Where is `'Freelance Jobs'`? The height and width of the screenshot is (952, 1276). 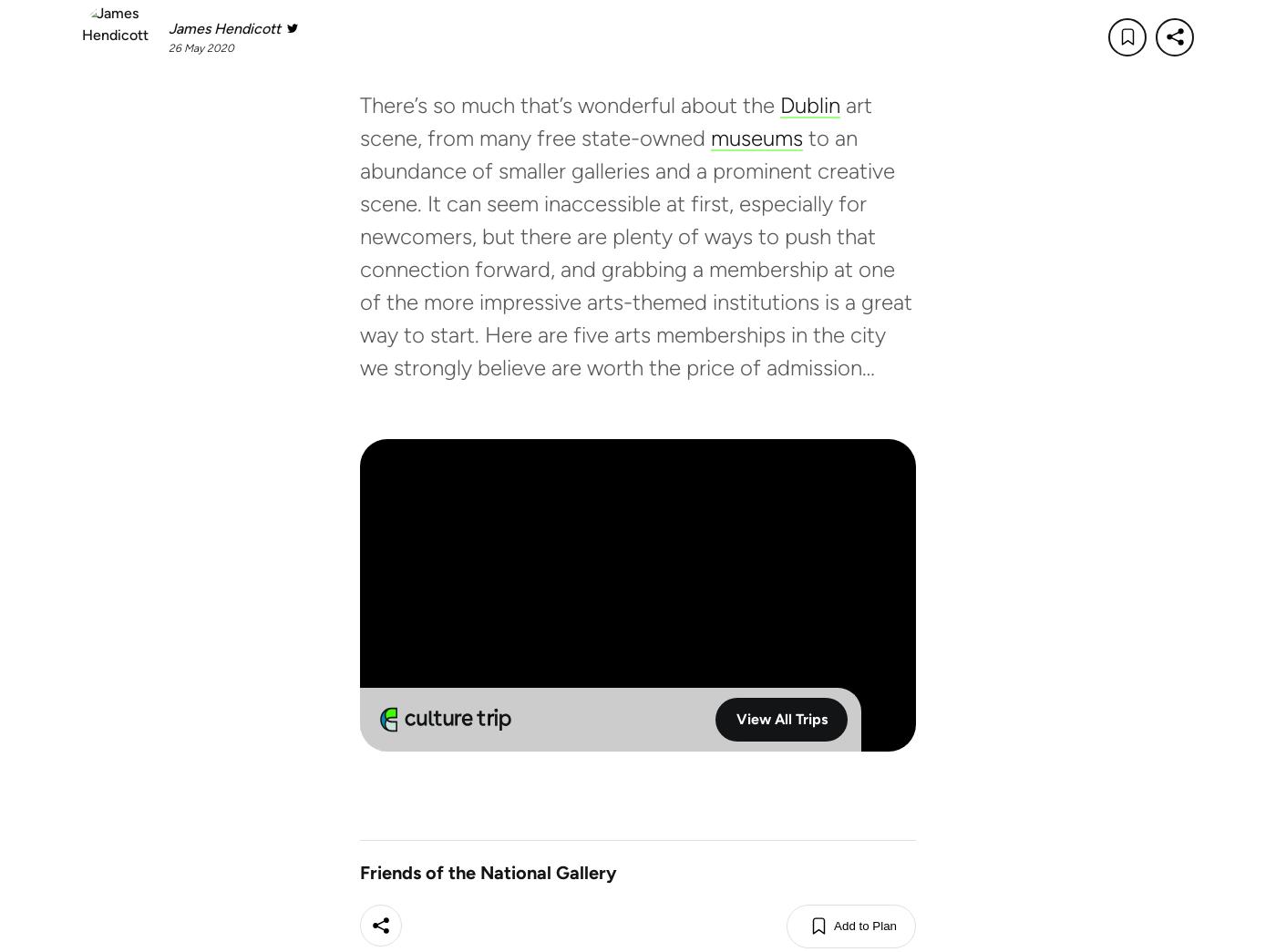
'Freelance Jobs' is located at coordinates (789, 848).